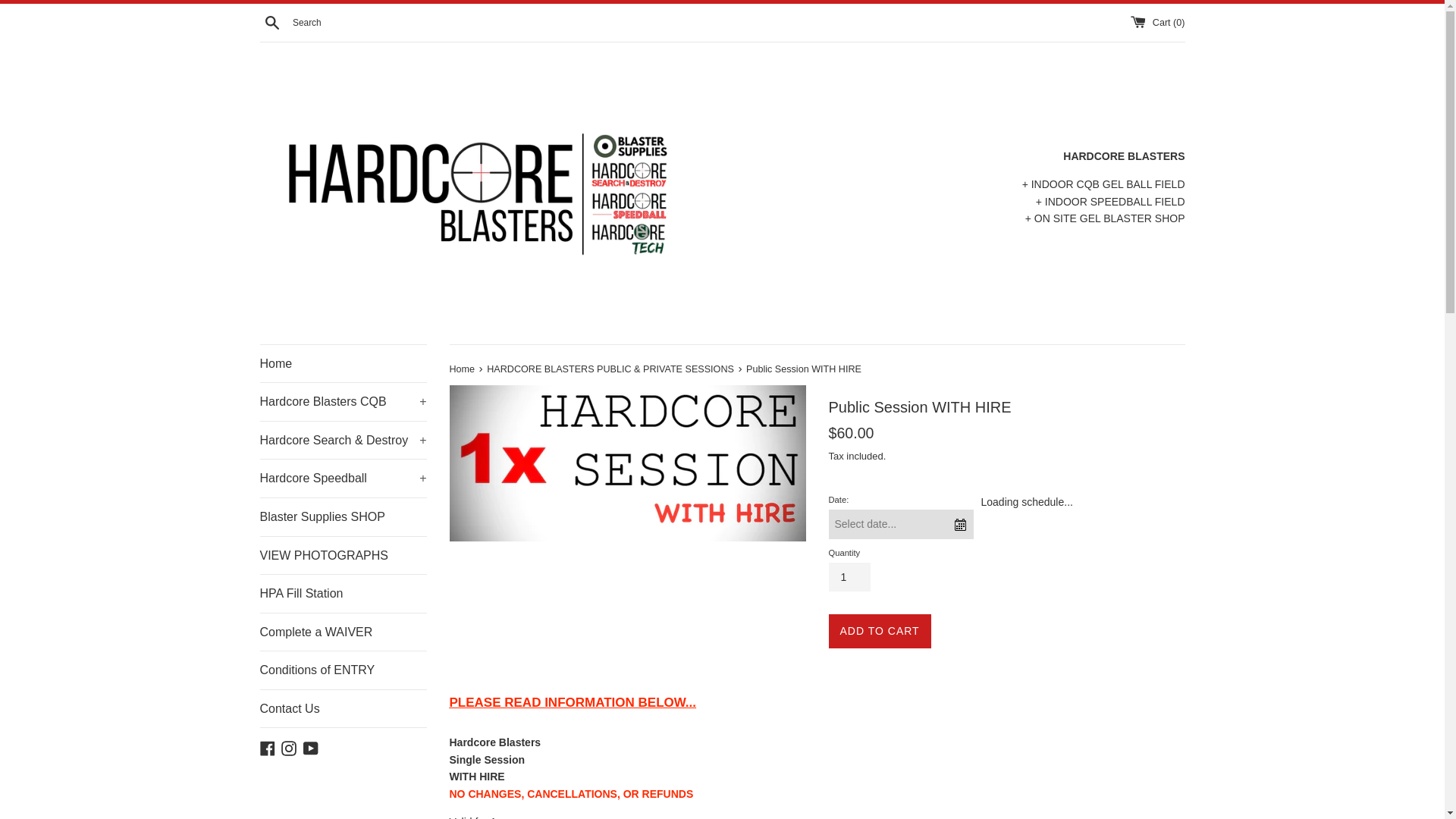  Describe the element at coordinates (309, 745) in the screenshot. I see `'YouTube'` at that location.